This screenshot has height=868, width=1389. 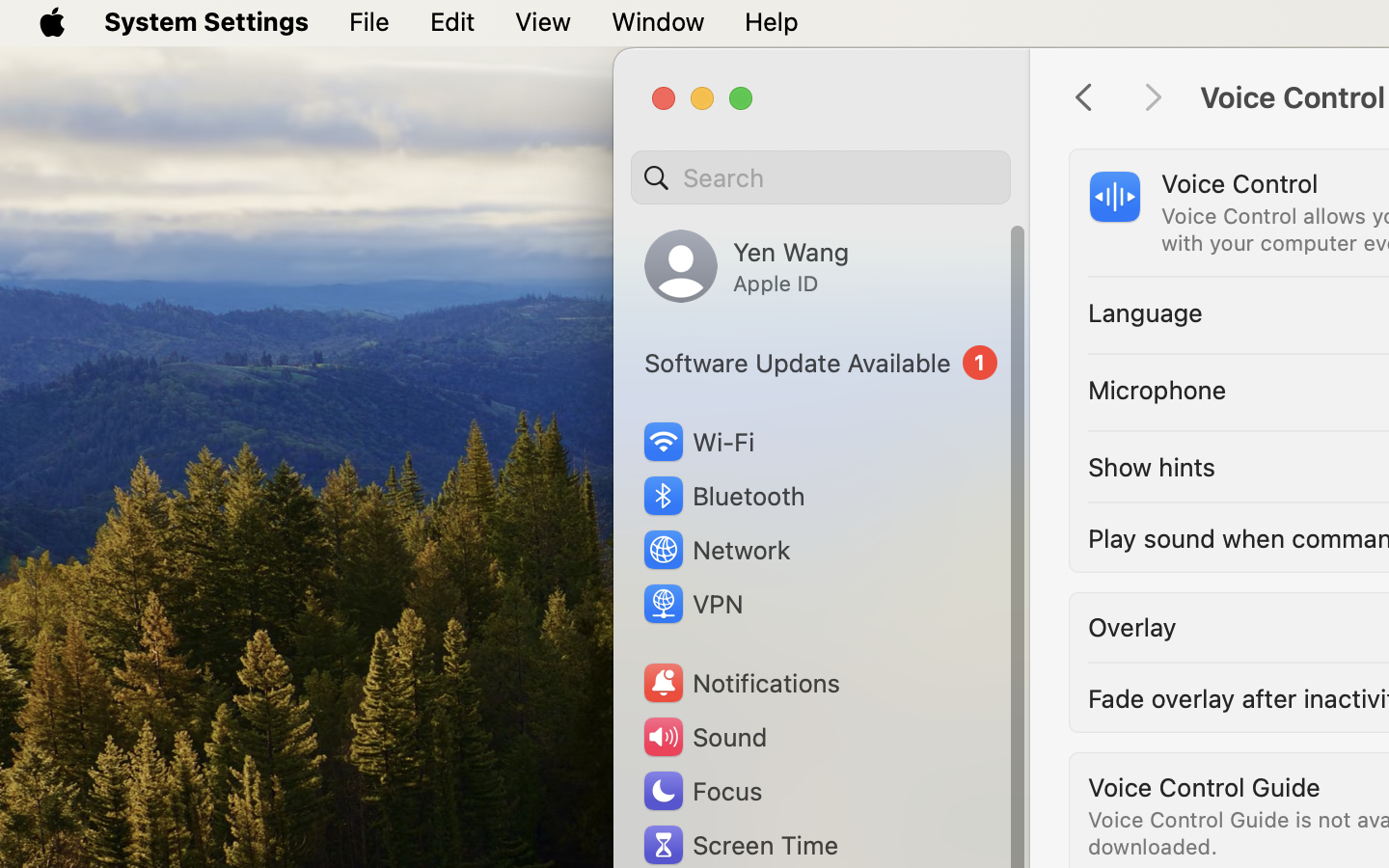 I want to click on 'Notifications', so click(x=739, y=682).